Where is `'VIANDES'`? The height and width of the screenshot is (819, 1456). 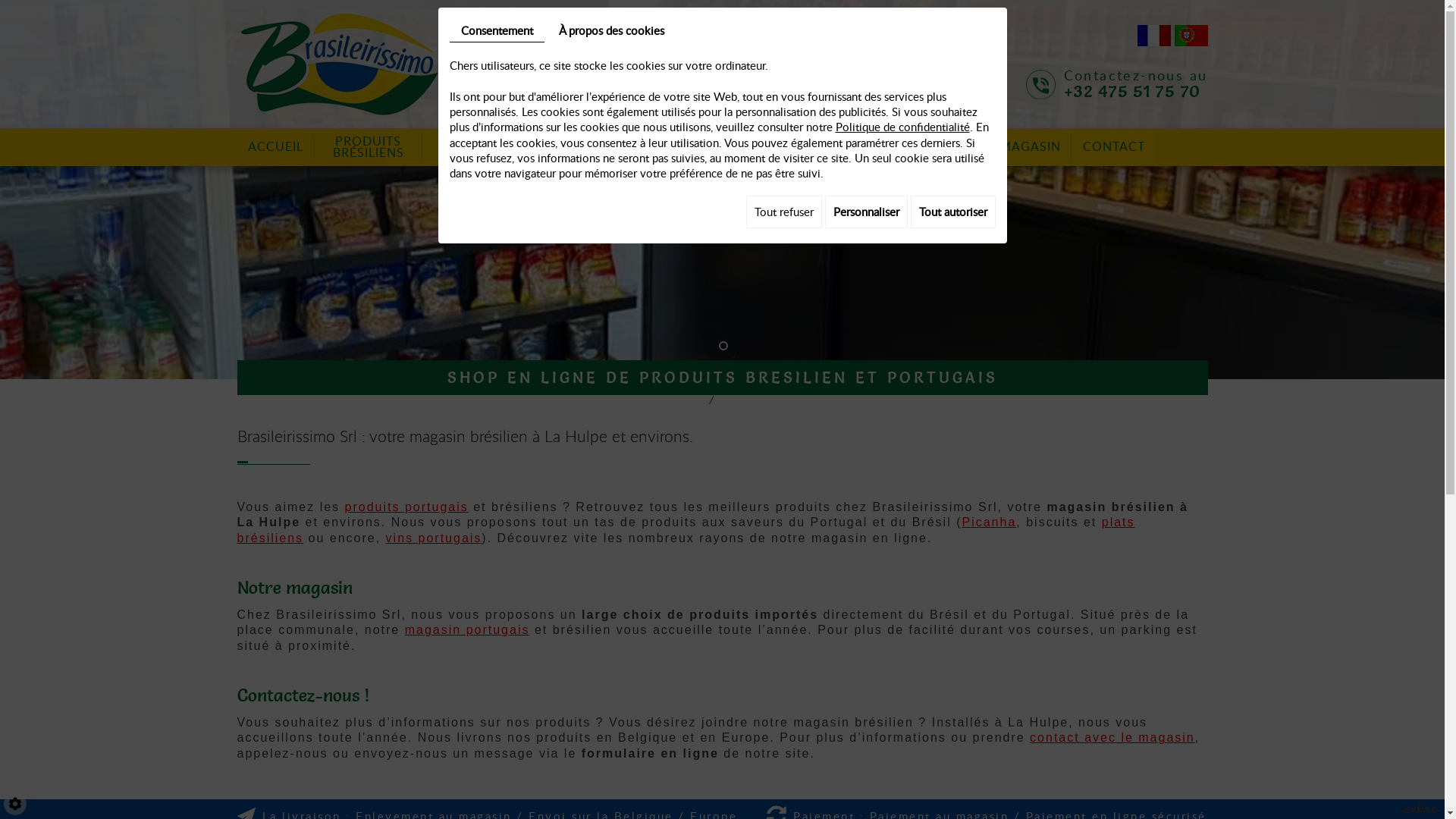
'VIANDES' is located at coordinates (571, 146).